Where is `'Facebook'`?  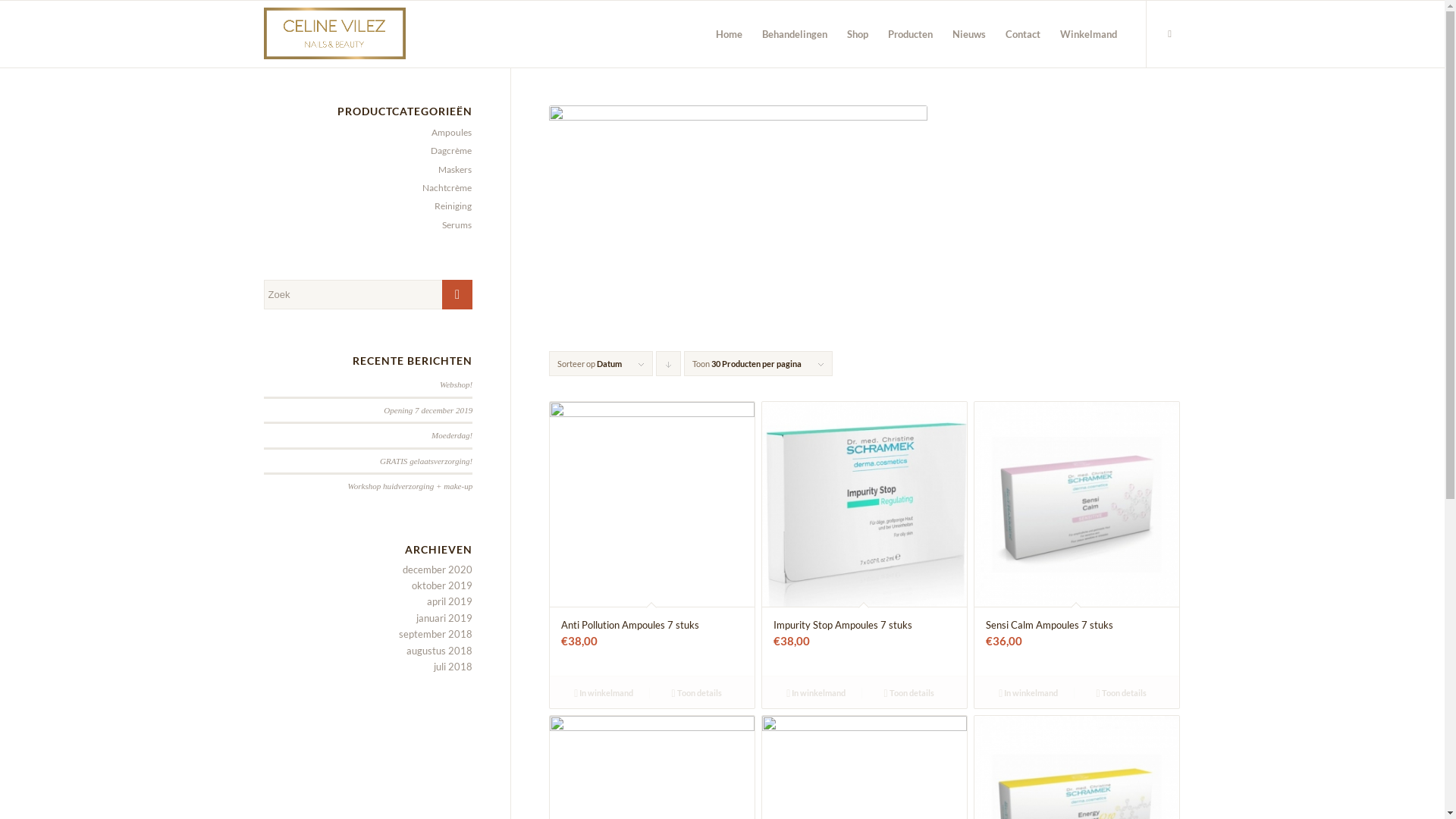 'Facebook' is located at coordinates (1169, 33).